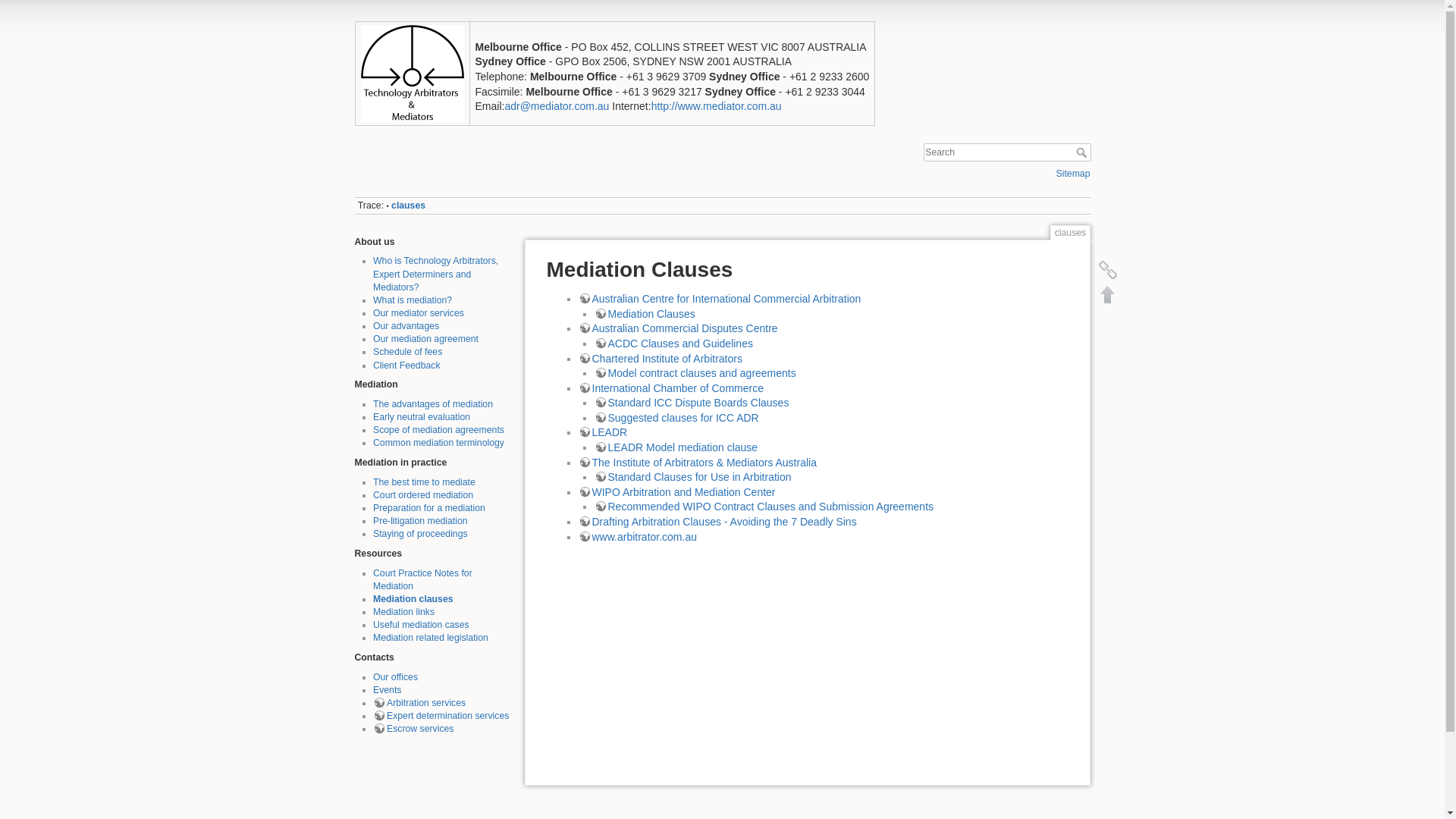 The image size is (1456, 819). What do you see at coordinates (659, 357) in the screenshot?
I see `'Chartered Institute of Arbitrators'` at bounding box center [659, 357].